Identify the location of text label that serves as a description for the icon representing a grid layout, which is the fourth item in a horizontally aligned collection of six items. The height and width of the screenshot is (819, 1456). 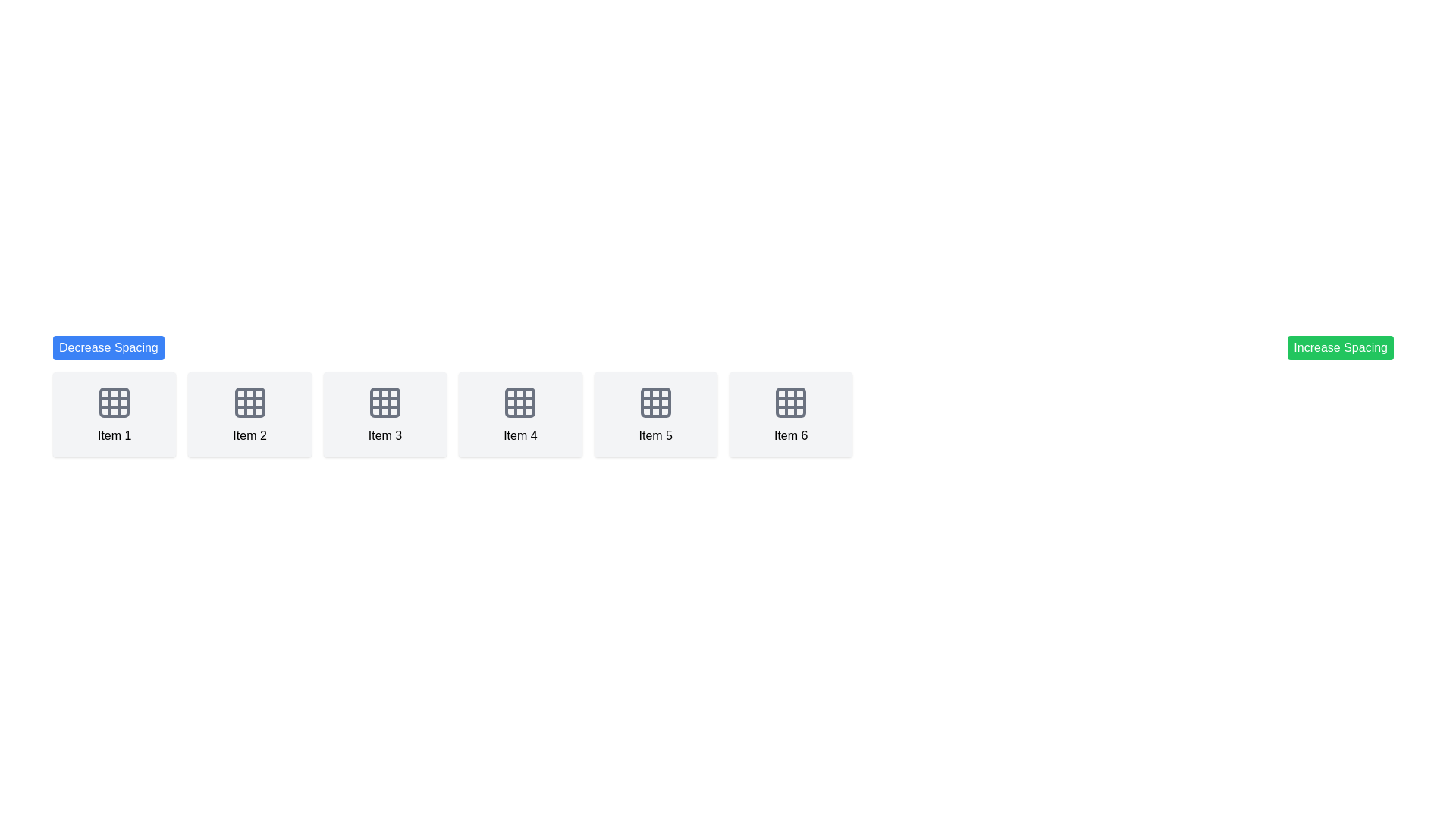
(520, 435).